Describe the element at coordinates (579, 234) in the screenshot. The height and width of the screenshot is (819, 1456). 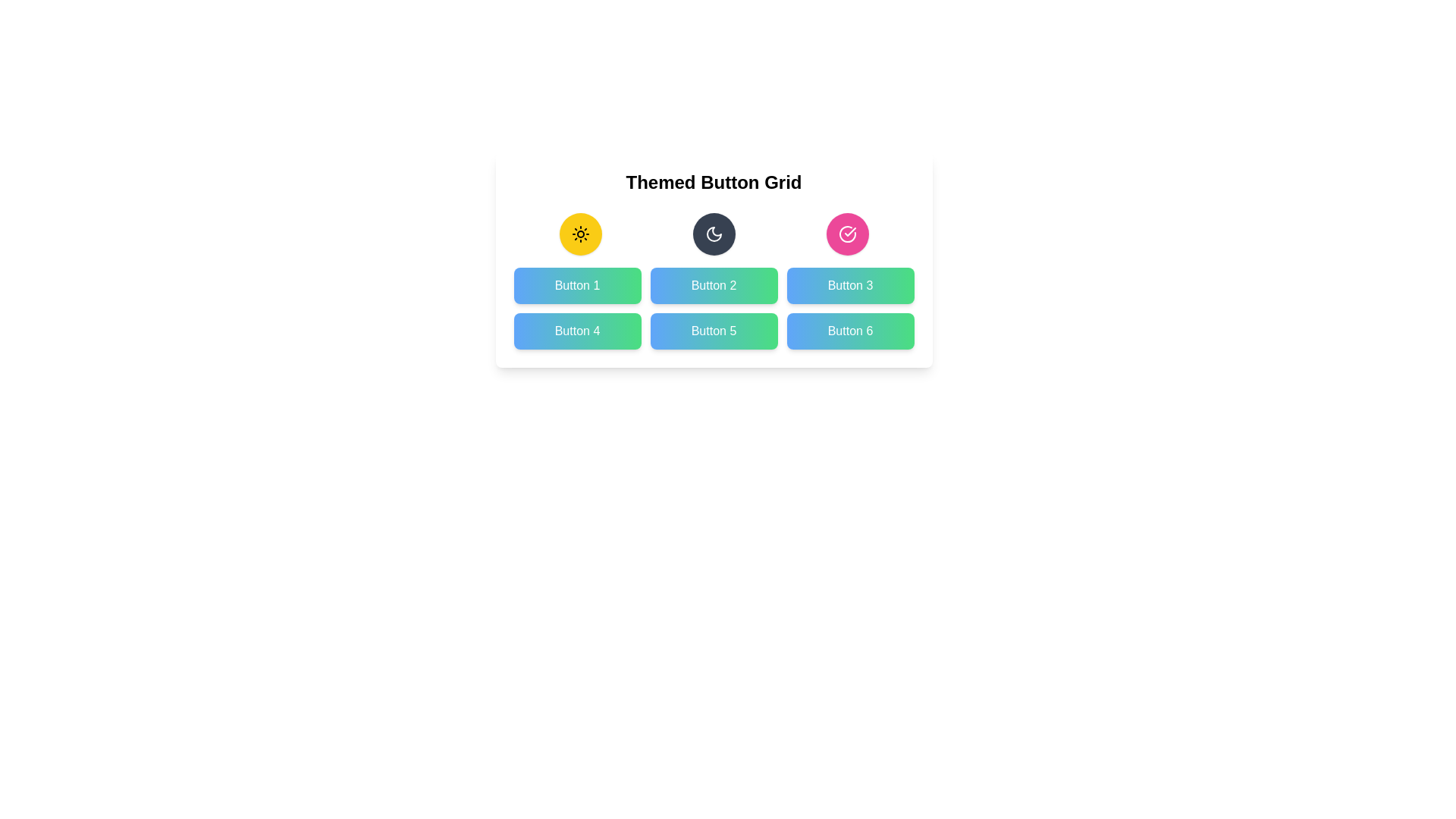
I see `the leftmost yellow icon button at the top of the layout` at that location.